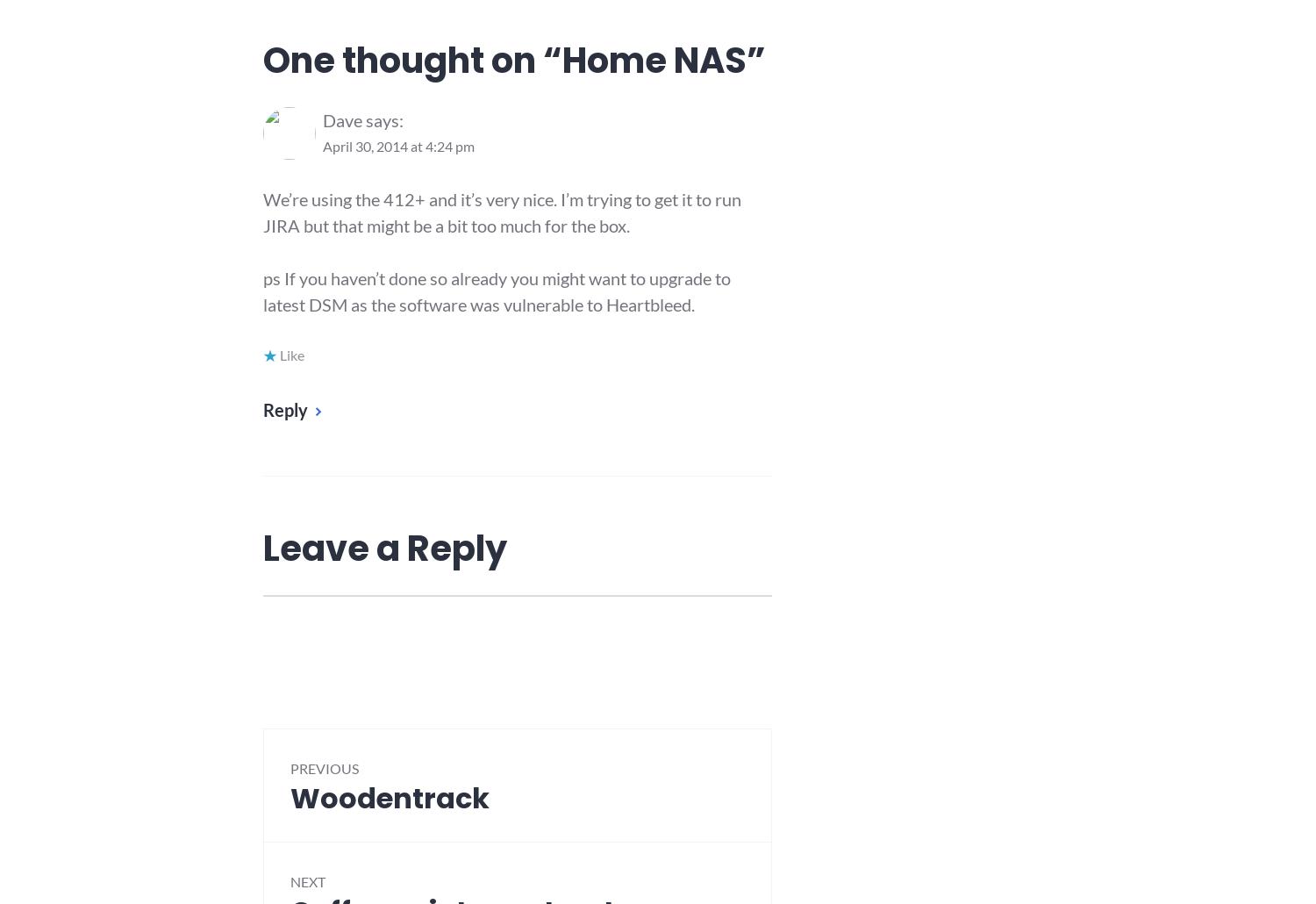 This screenshot has width=1316, height=904. Describe the element at coordinates (411, 61) in the screenshot. I see `'One thought on “'` at that location.